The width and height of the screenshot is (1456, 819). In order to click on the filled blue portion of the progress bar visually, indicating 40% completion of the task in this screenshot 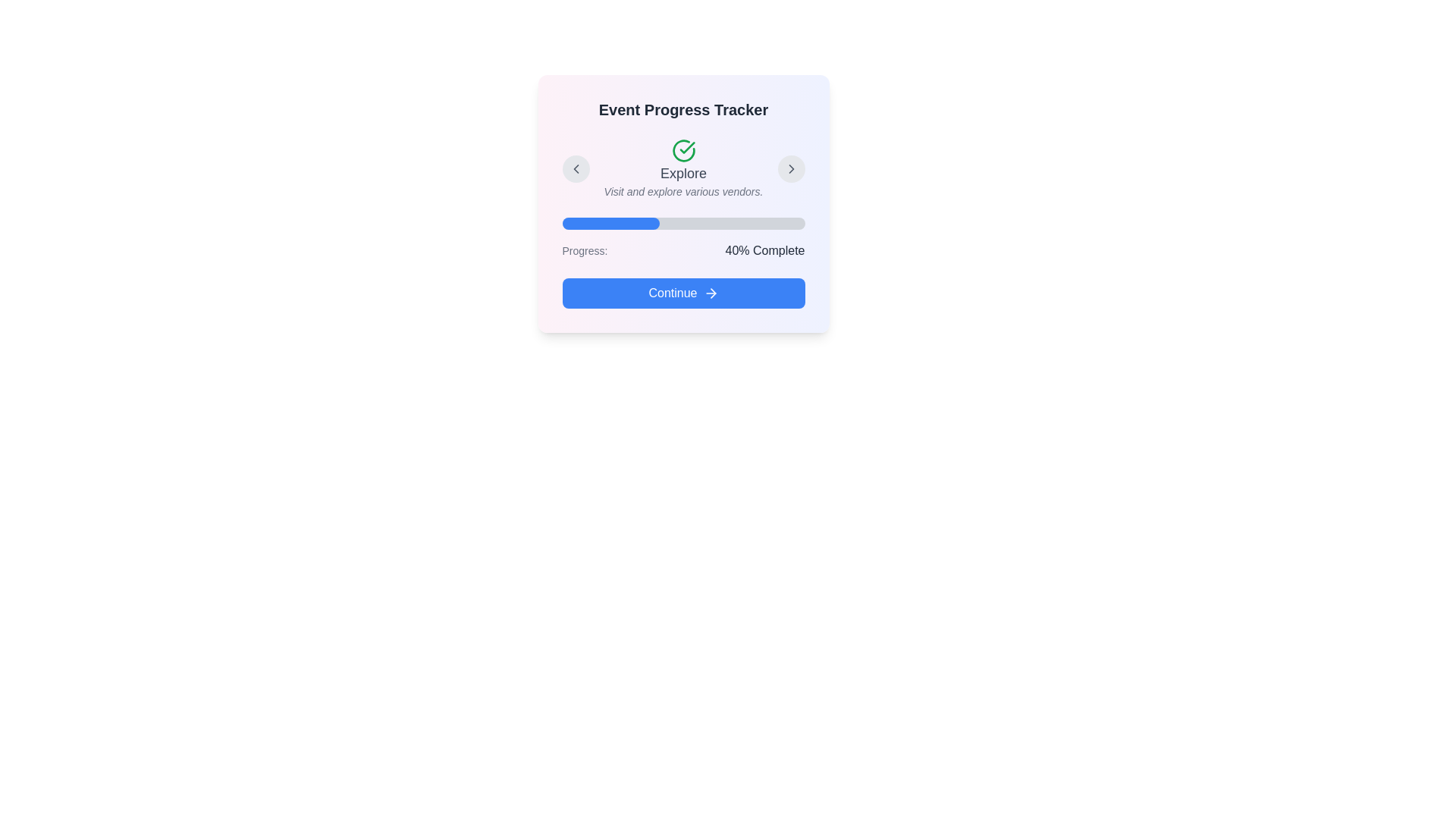, I will do `click(610, 223)`.